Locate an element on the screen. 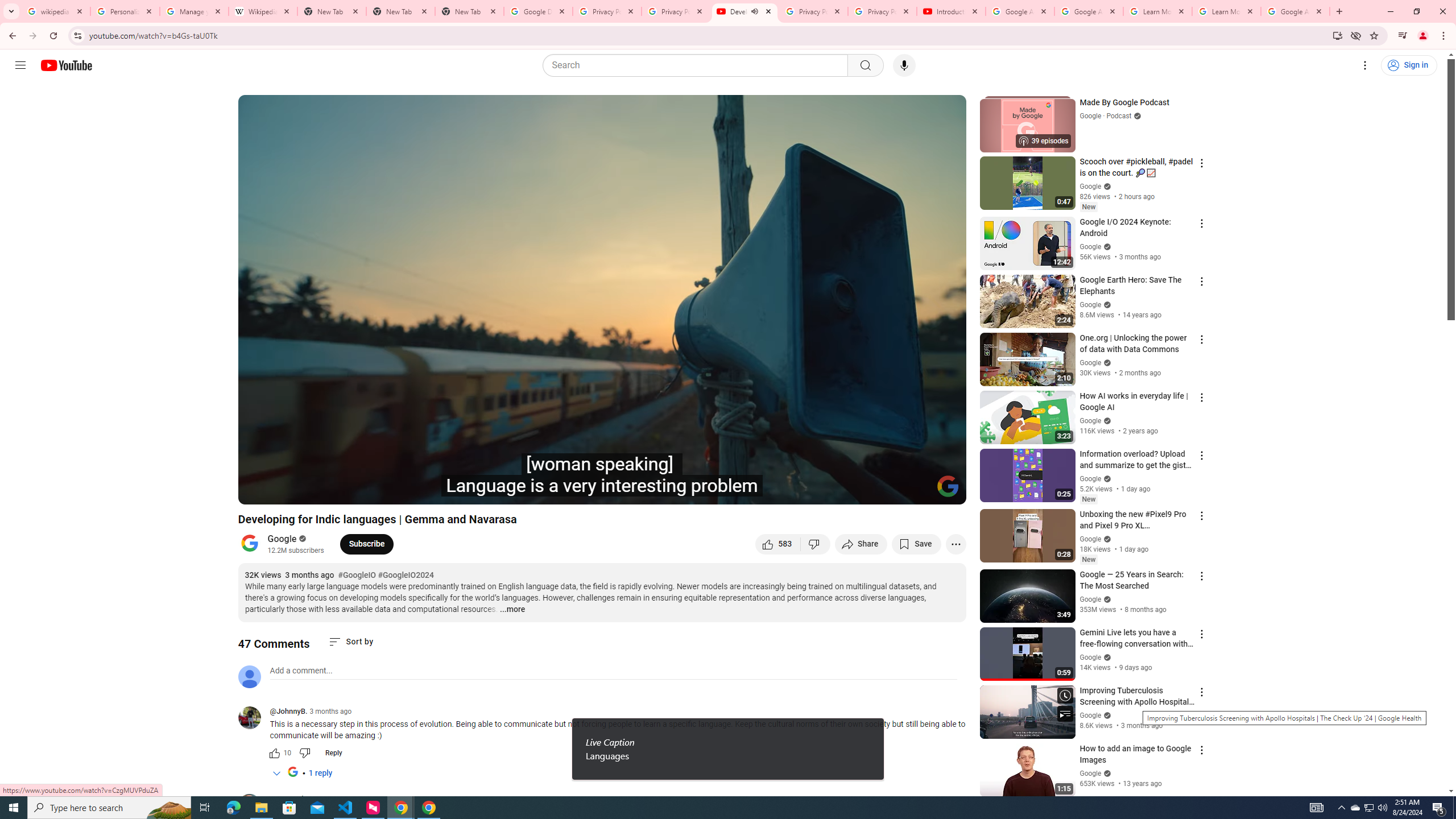  '@JohnnyB.' is located at coordinates (253, 717).